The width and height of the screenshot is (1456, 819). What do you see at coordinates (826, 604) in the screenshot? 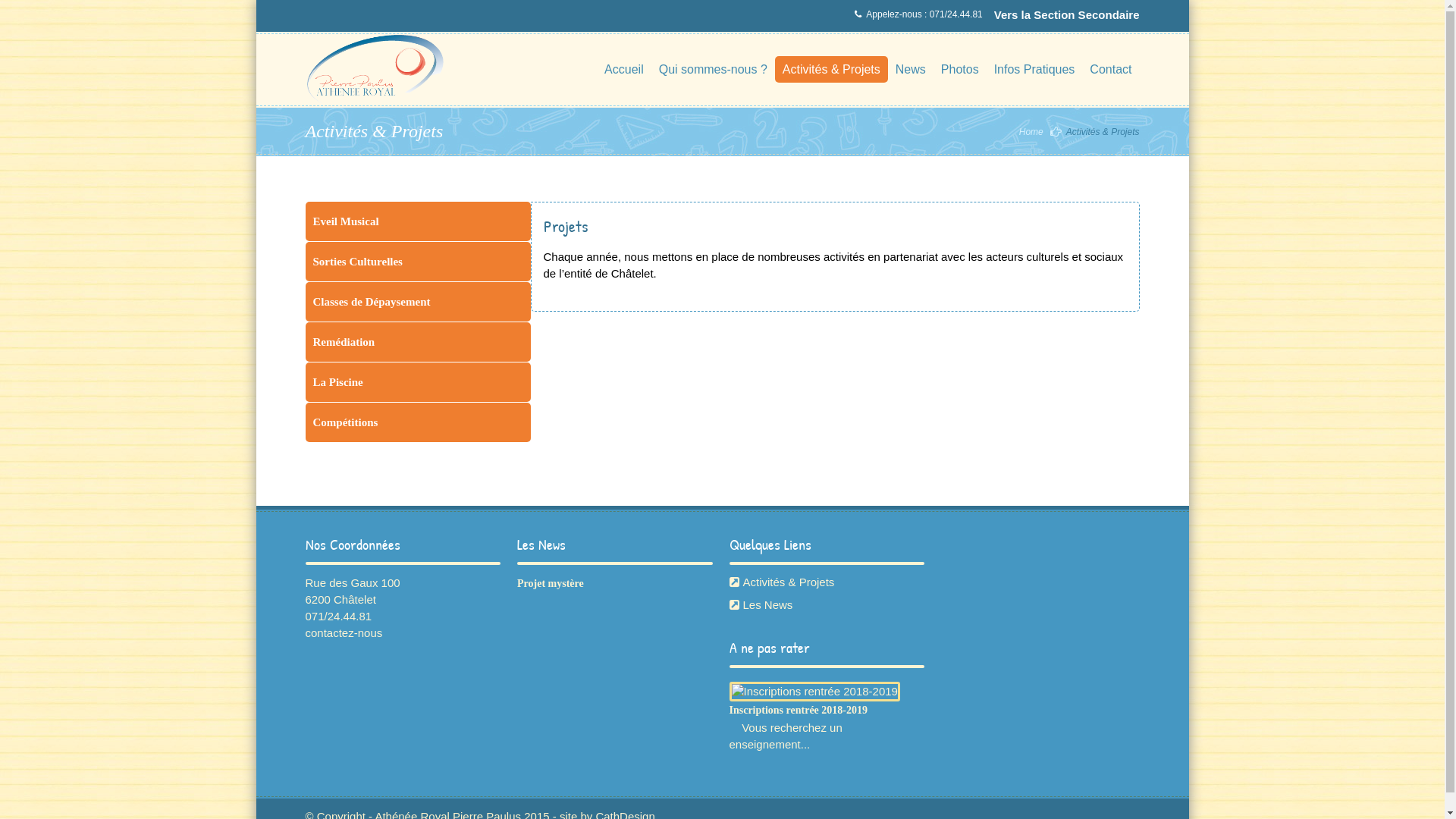
I see `'Les News'` at bounding box center [826, 604].